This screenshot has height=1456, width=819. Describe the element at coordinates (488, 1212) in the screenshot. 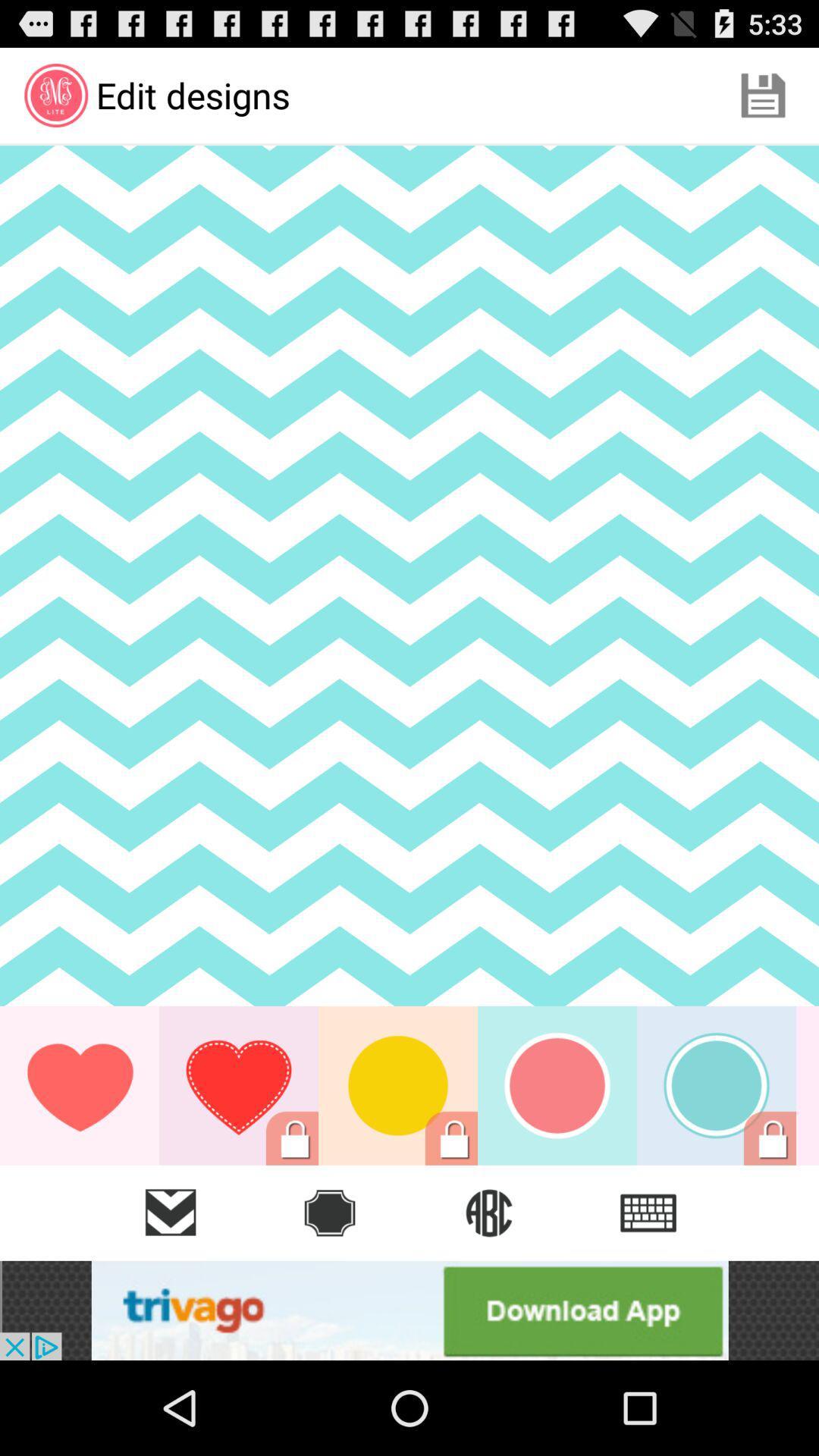

I see `the globe icon` at that location.